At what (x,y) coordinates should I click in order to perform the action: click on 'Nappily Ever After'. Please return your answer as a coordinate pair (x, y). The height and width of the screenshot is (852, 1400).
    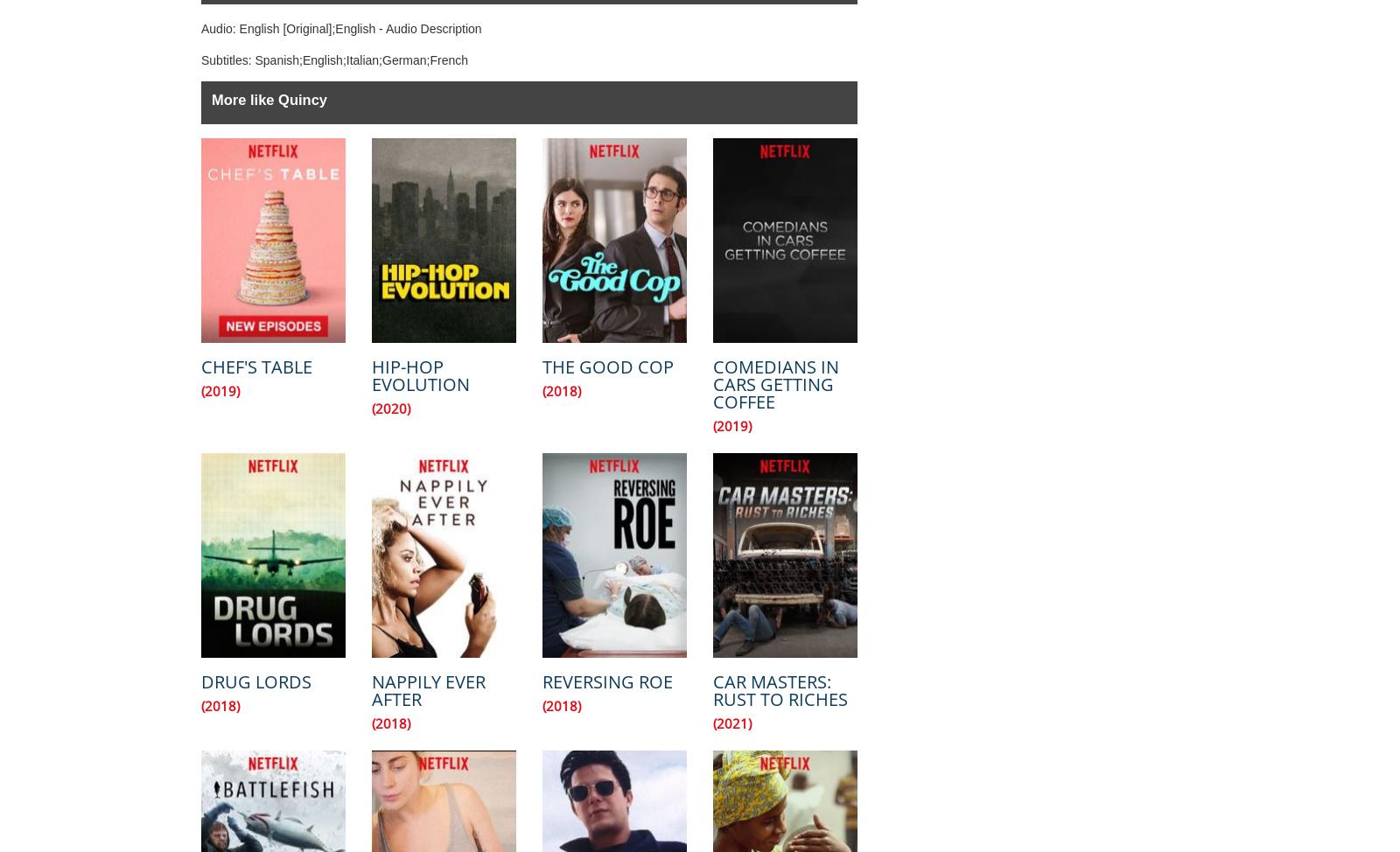
    Looking at the image, I should click on (428, 689).